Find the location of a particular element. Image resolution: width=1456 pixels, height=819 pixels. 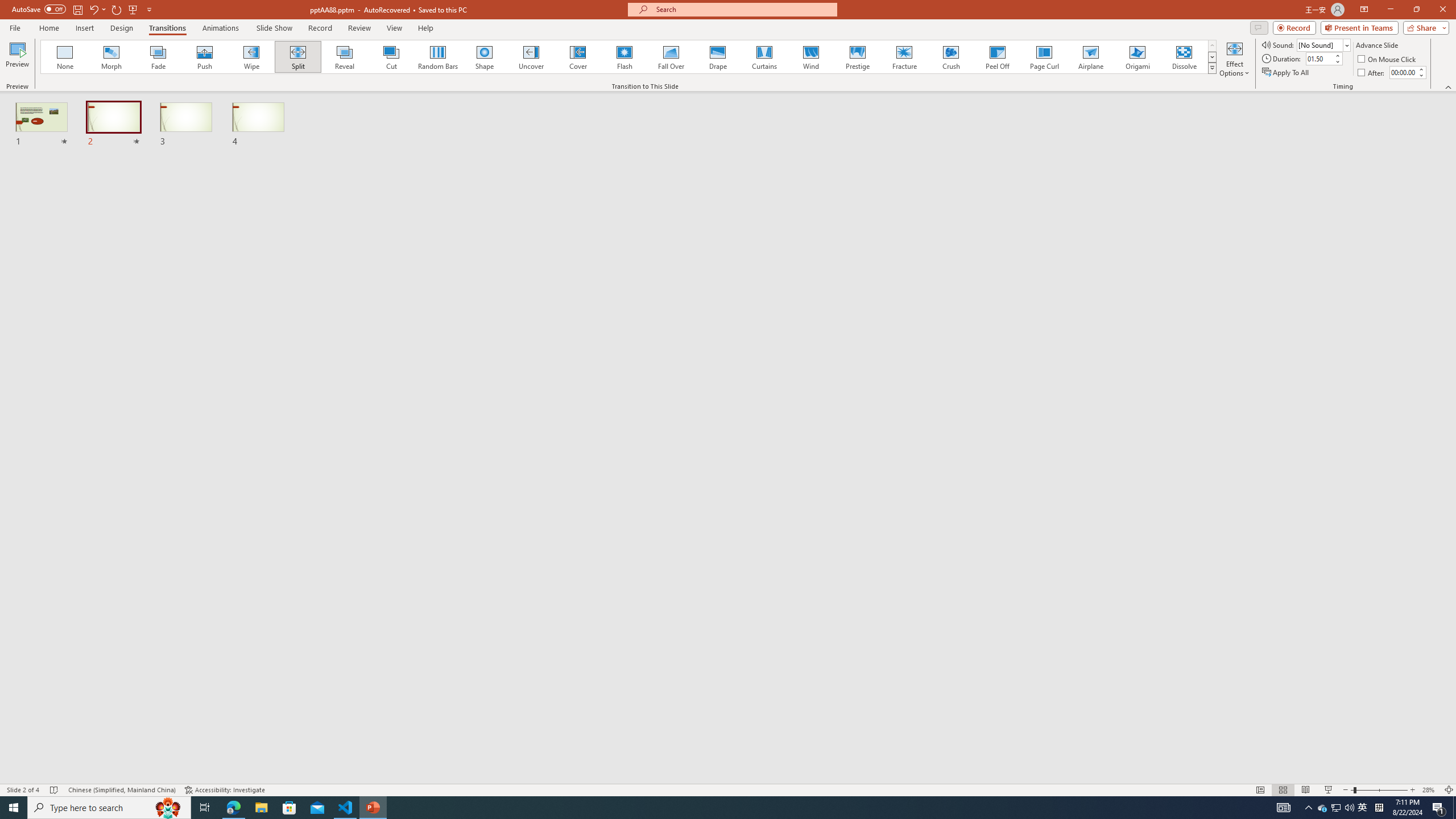

'Duration' is located at coordinates (1319, 58).